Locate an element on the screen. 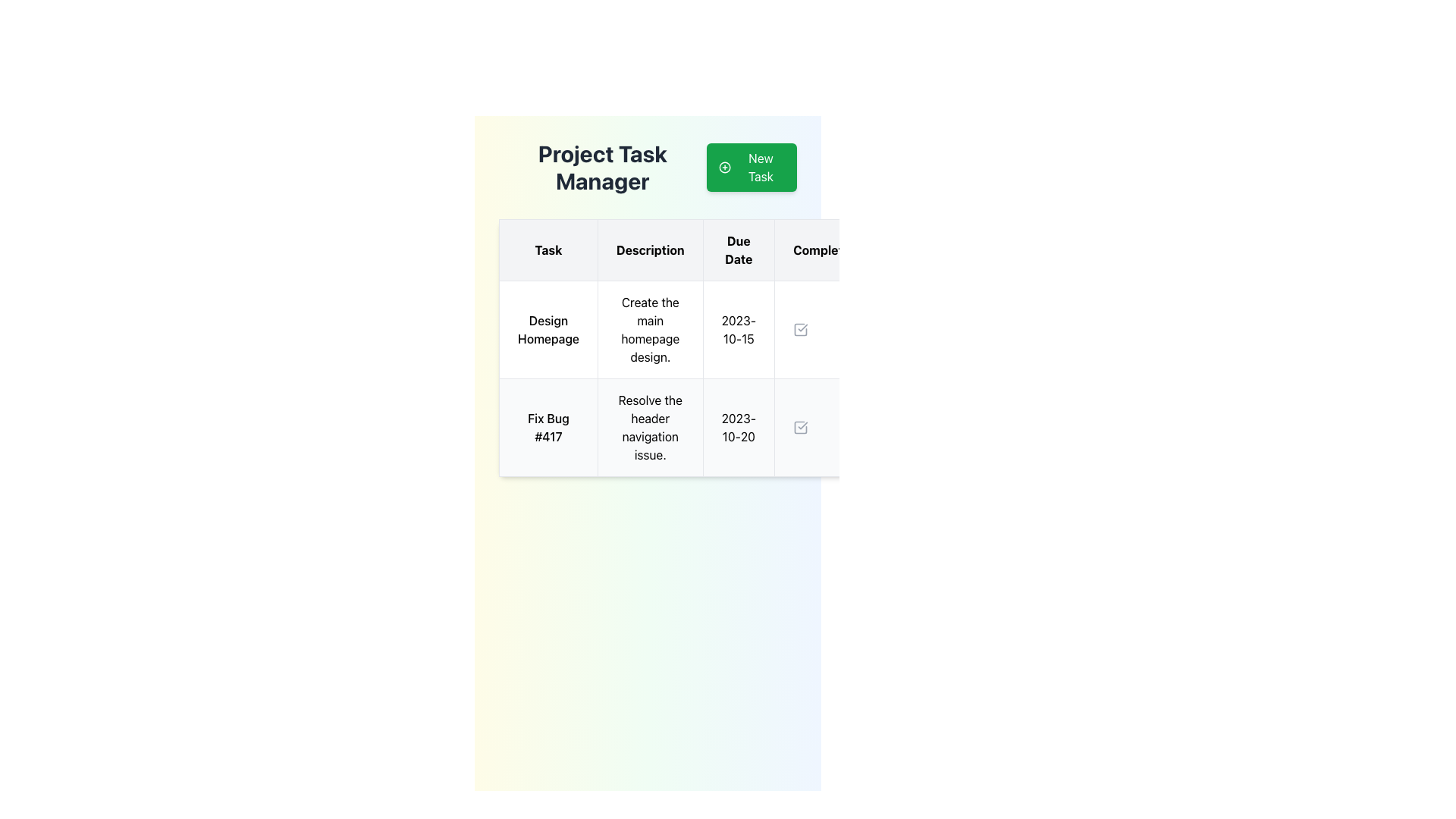 This screenshot has width=1456, height=819. the text-centered cell displaying 'Resolve the header navigation issue.' in the task management table is located at coordinates (650, 427).